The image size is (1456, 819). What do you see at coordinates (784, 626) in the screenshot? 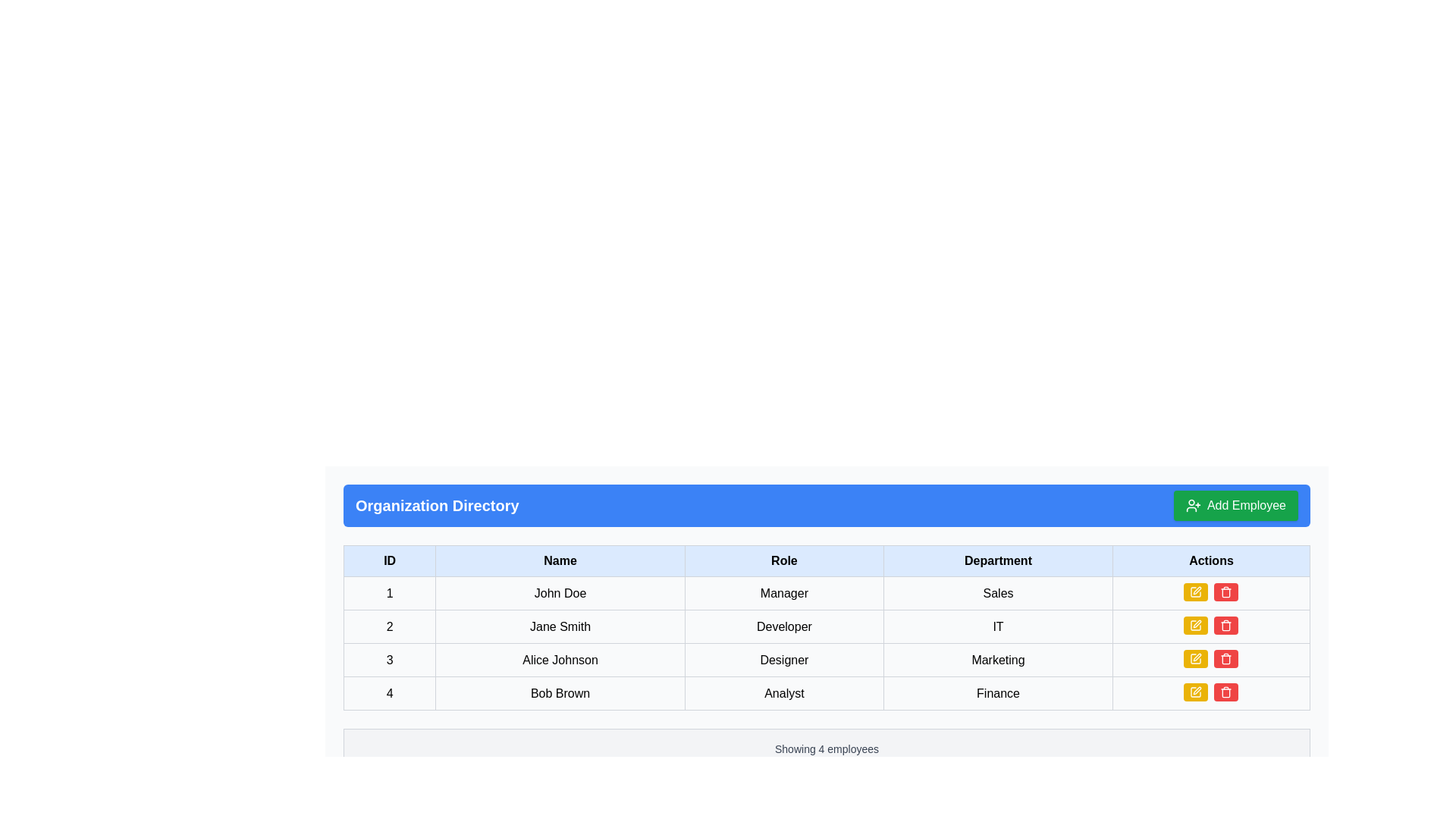
I see `the read-only text cell displaying the role of employee Jane Smith, which is the third cell in the second row of the table under the 'Role' column` at bounding box center [784, 626].